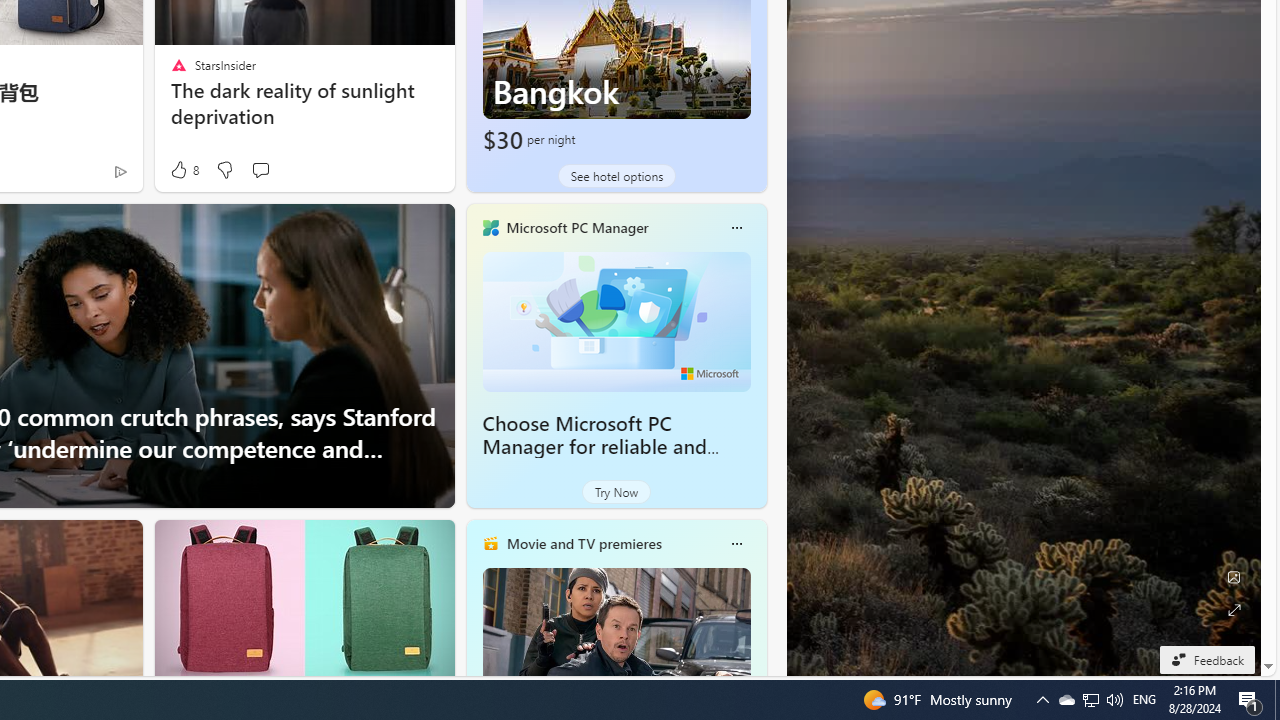  I want to click on 'Expand background', so click(1232, 609).